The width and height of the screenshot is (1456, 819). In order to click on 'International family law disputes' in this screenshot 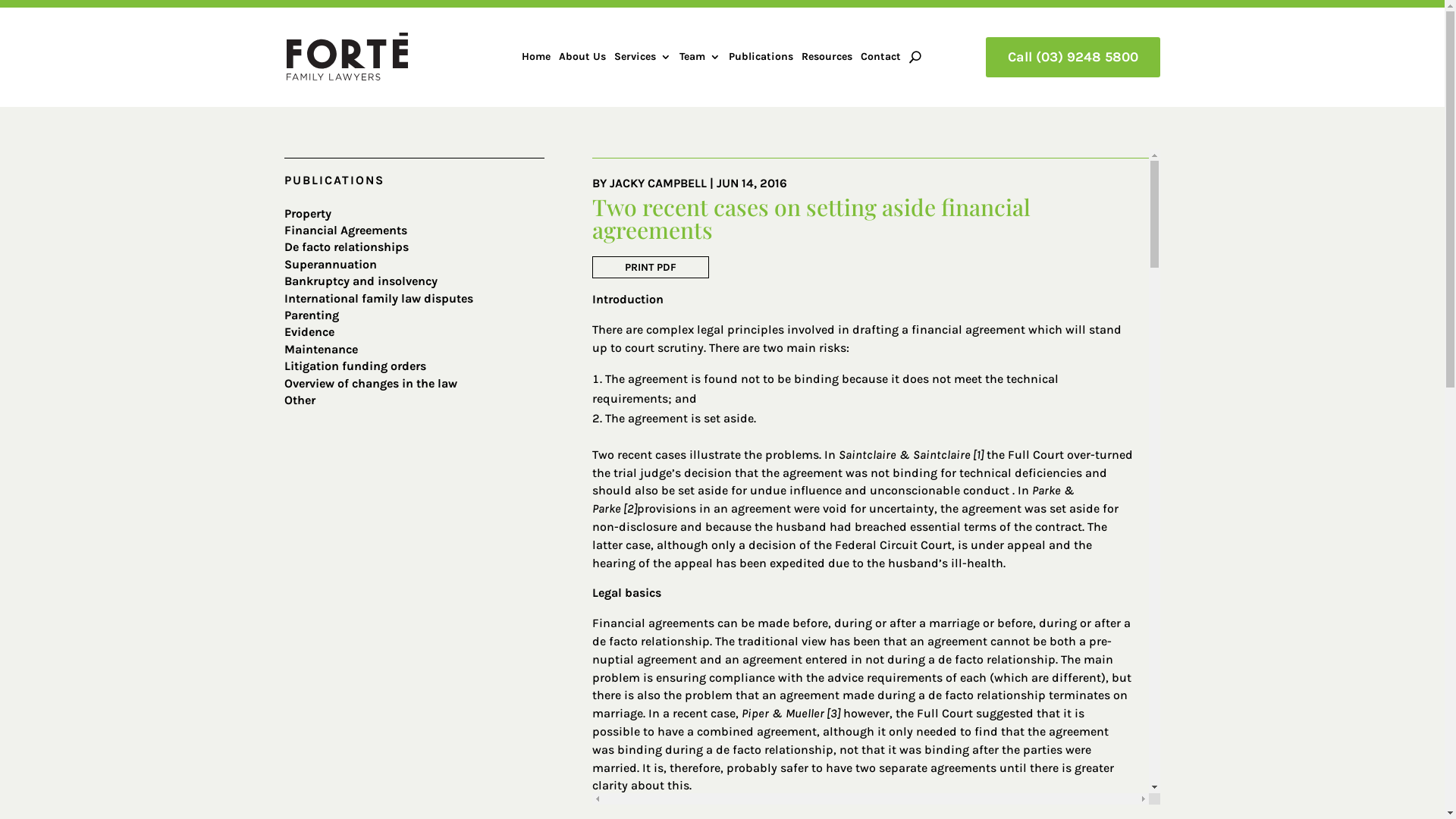, I will do `click(378, 298)`.